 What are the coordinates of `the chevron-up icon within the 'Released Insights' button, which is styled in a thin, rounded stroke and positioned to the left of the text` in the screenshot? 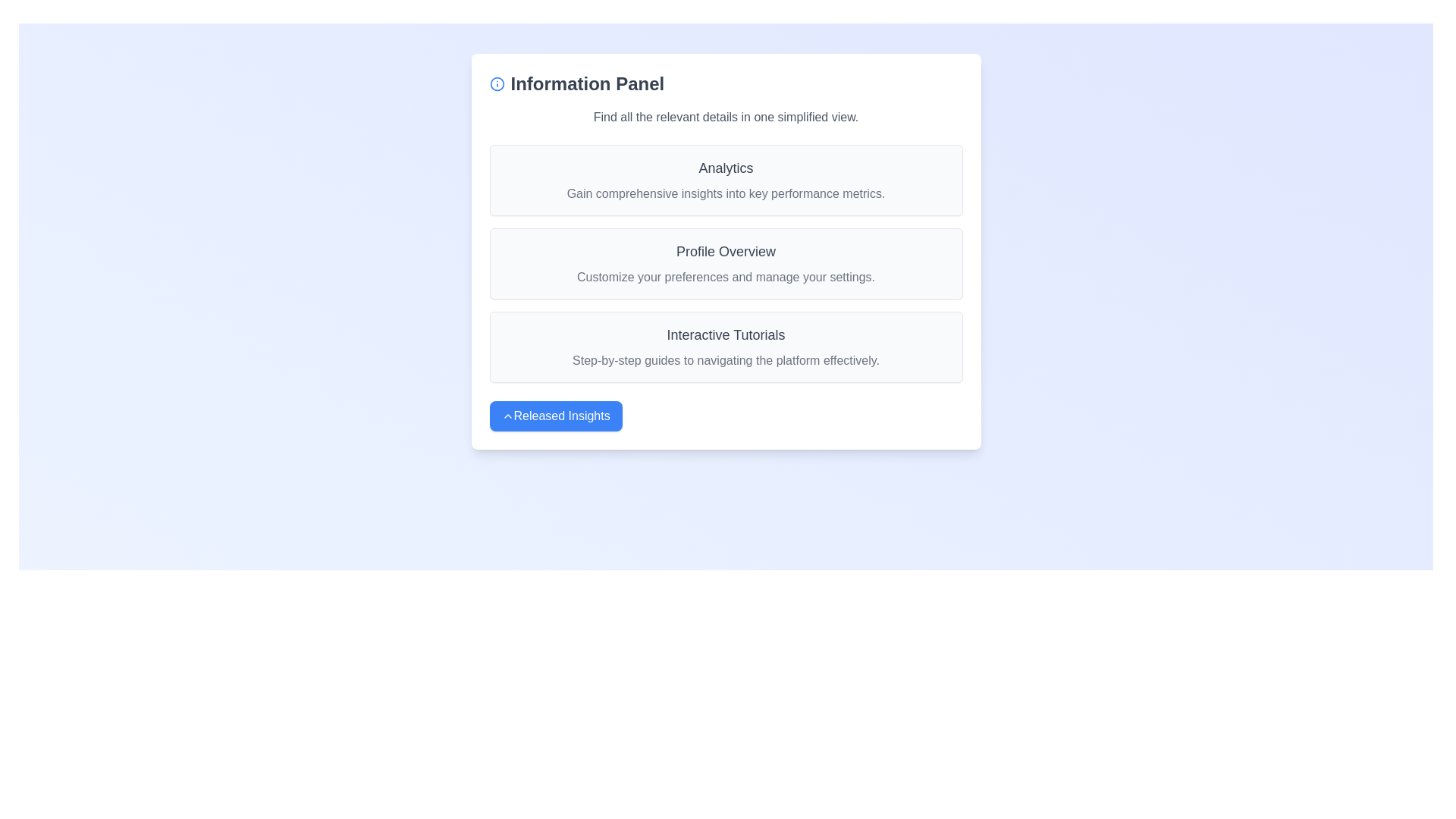 It's located at (507, 416).